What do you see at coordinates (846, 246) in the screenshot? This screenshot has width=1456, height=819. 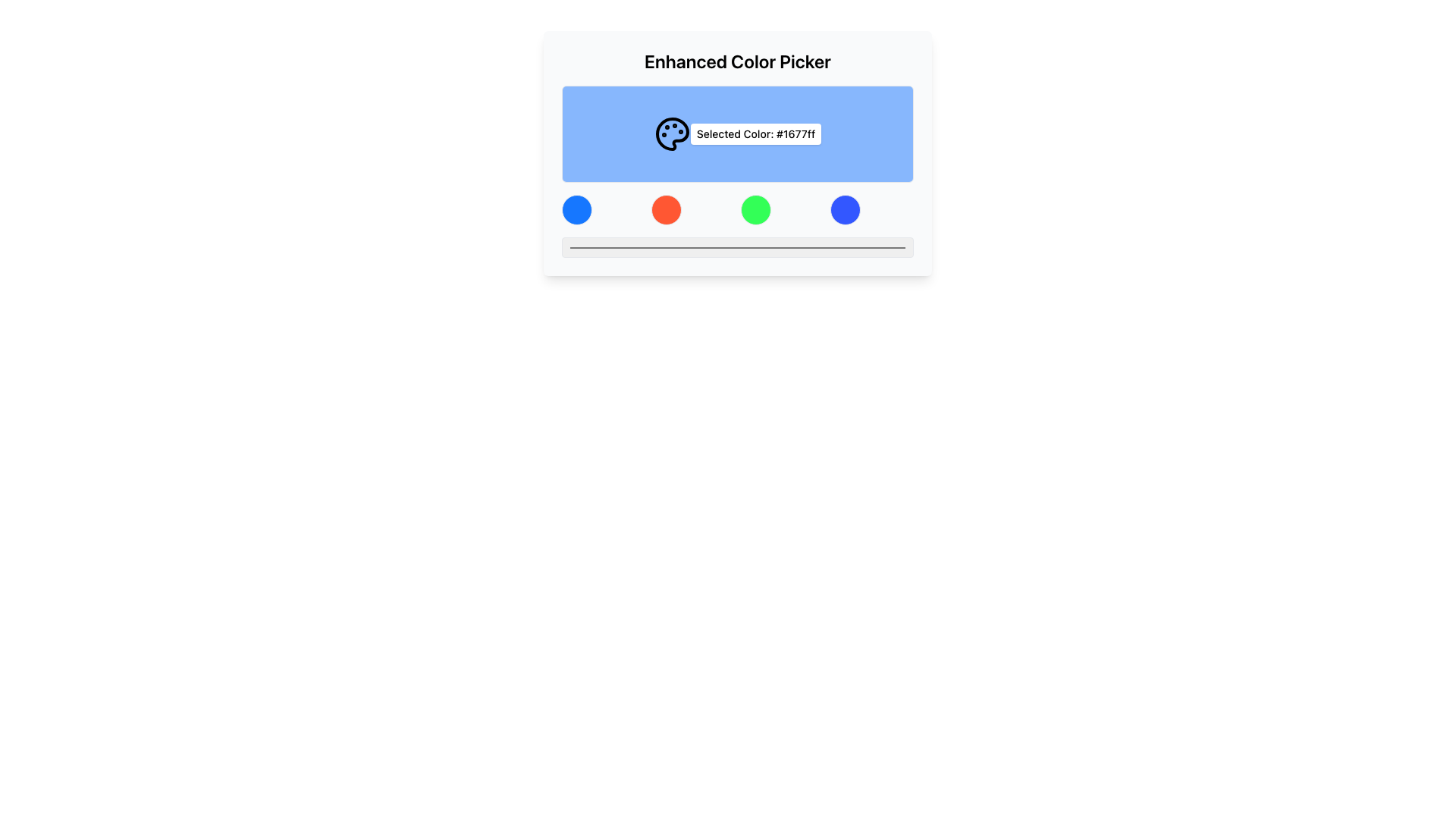 I see `the slider` at bounding box center [846, 246].